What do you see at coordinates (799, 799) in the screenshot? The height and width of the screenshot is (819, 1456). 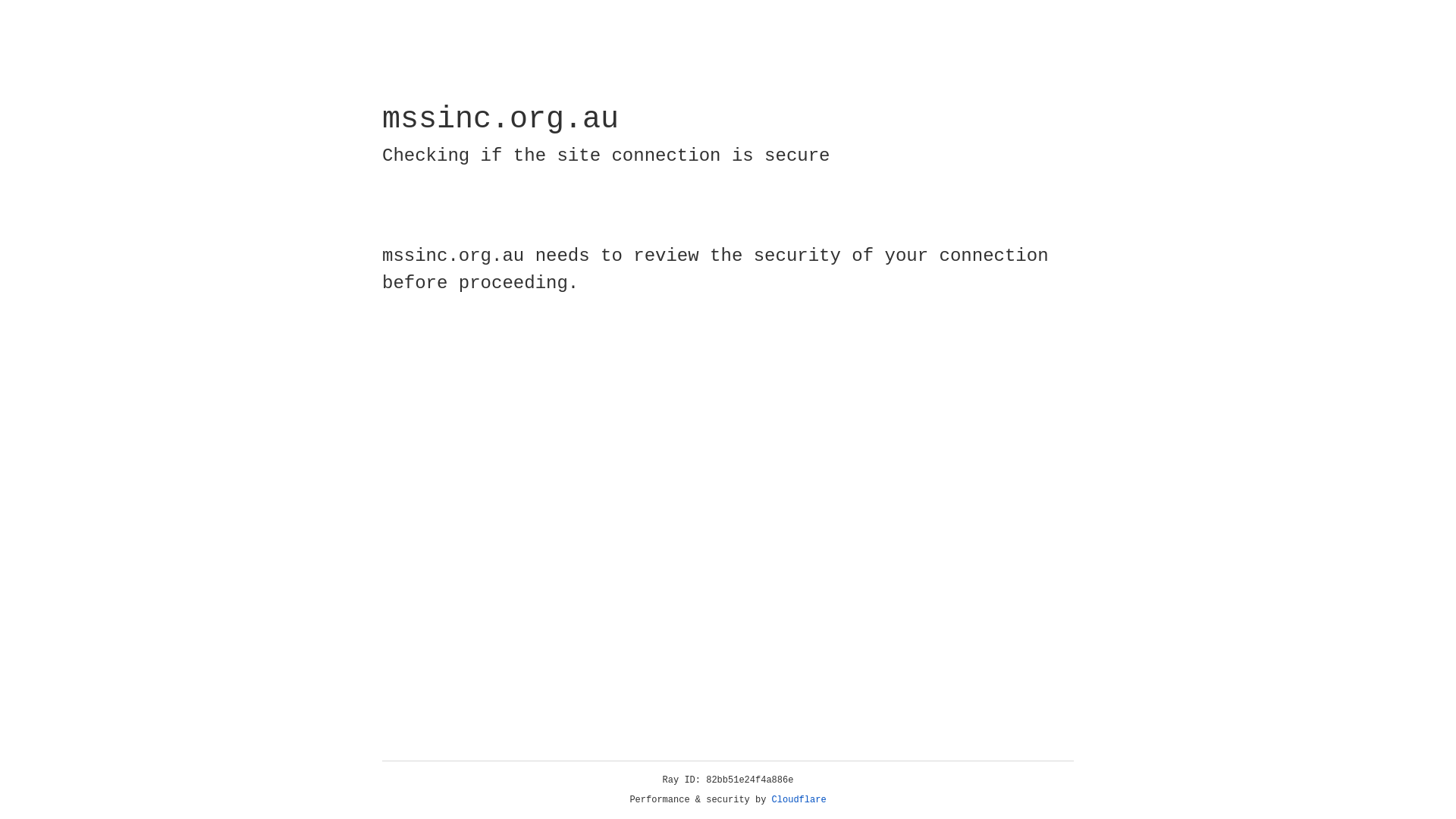 I see `'Cloudflare'` at bounding box center [799, 799].